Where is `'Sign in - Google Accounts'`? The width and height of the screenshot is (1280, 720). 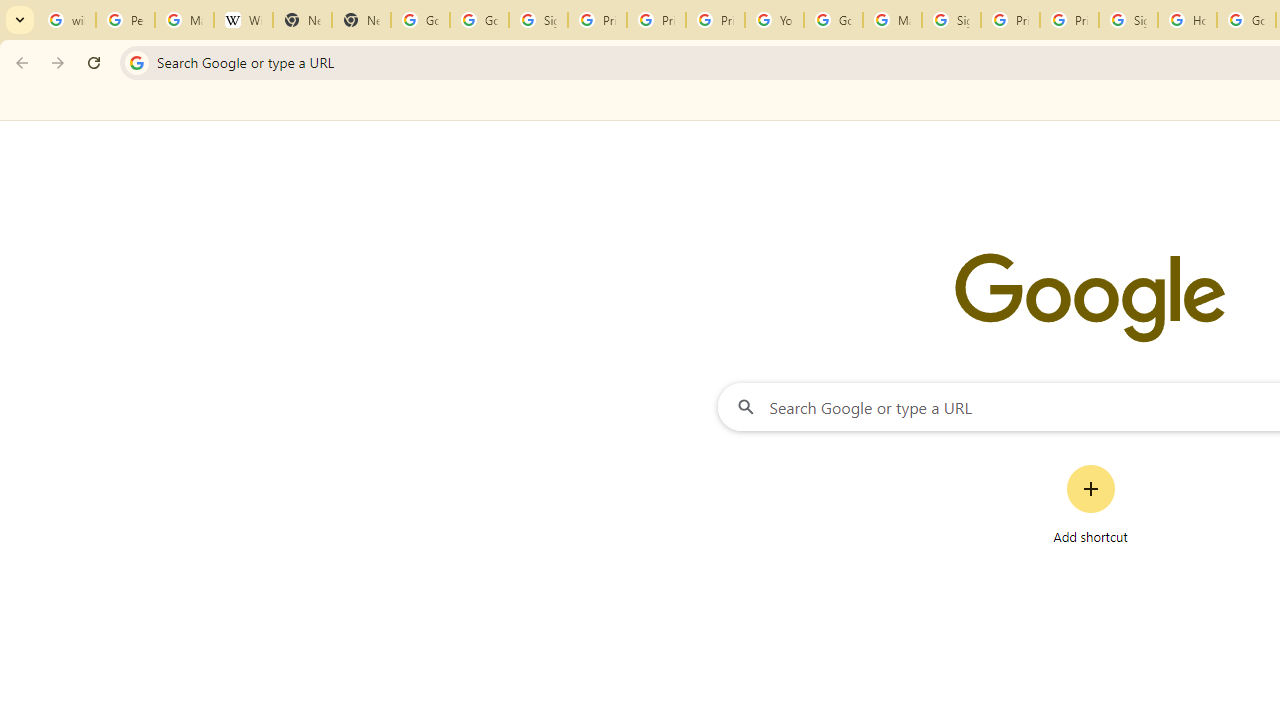
'Sign in - Google Accounts' is located at coordinates (1128, 20).